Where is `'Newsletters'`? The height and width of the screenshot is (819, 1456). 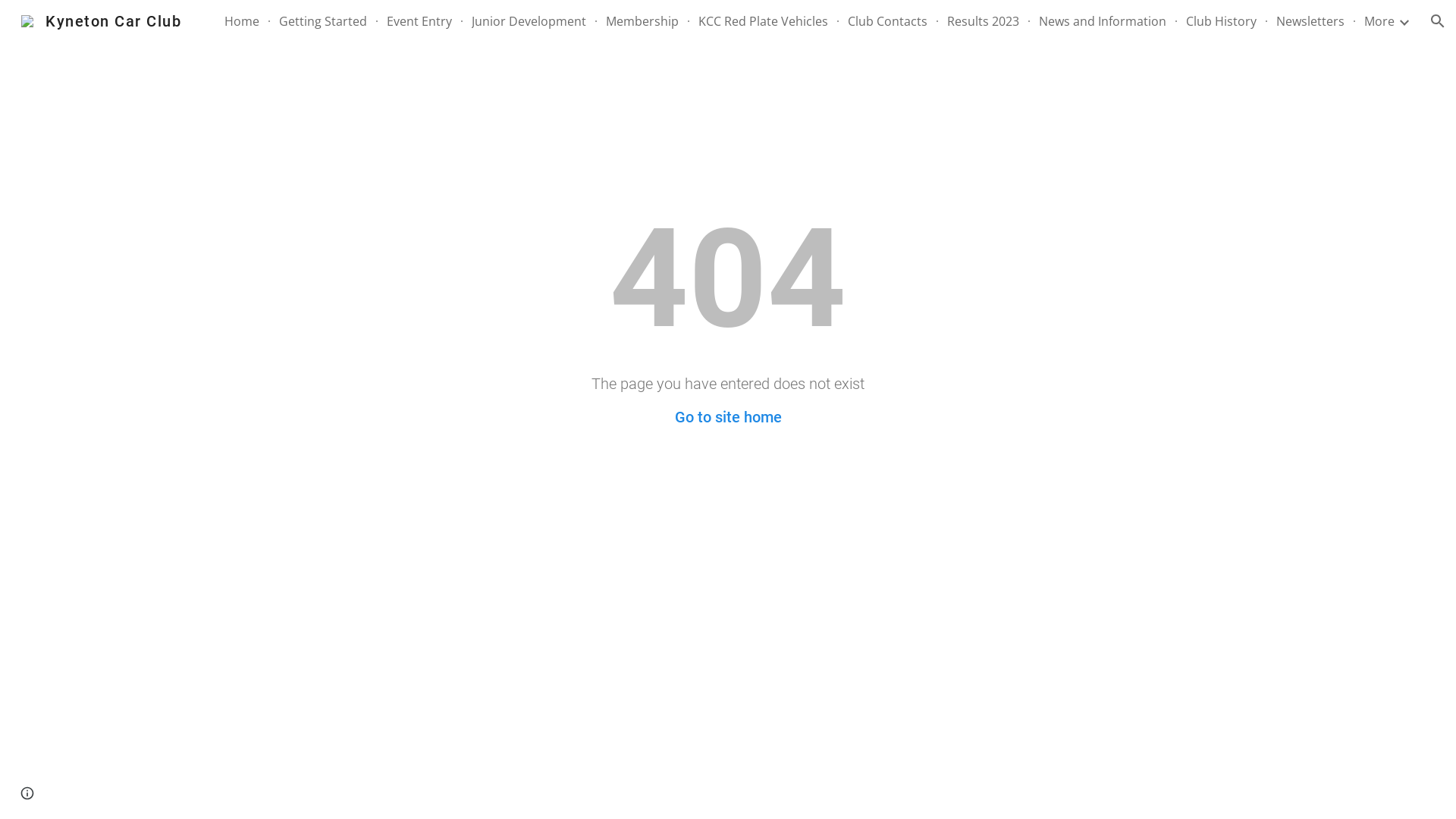 'Newsletters' is located at coordinates (1310, 20).